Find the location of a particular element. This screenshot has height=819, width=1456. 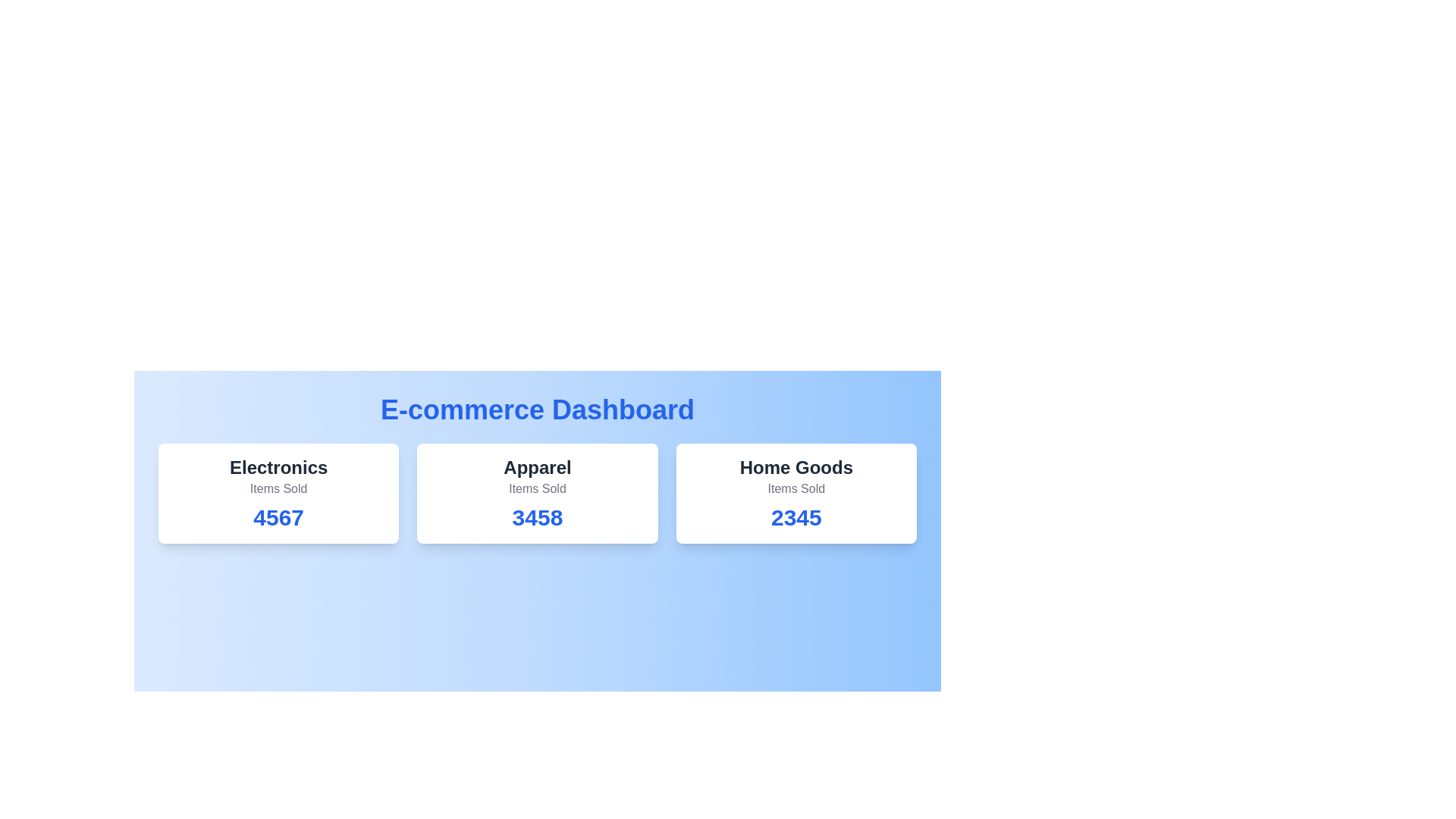

the category Electronics to emphasize it is located at coordinates (278, 467).